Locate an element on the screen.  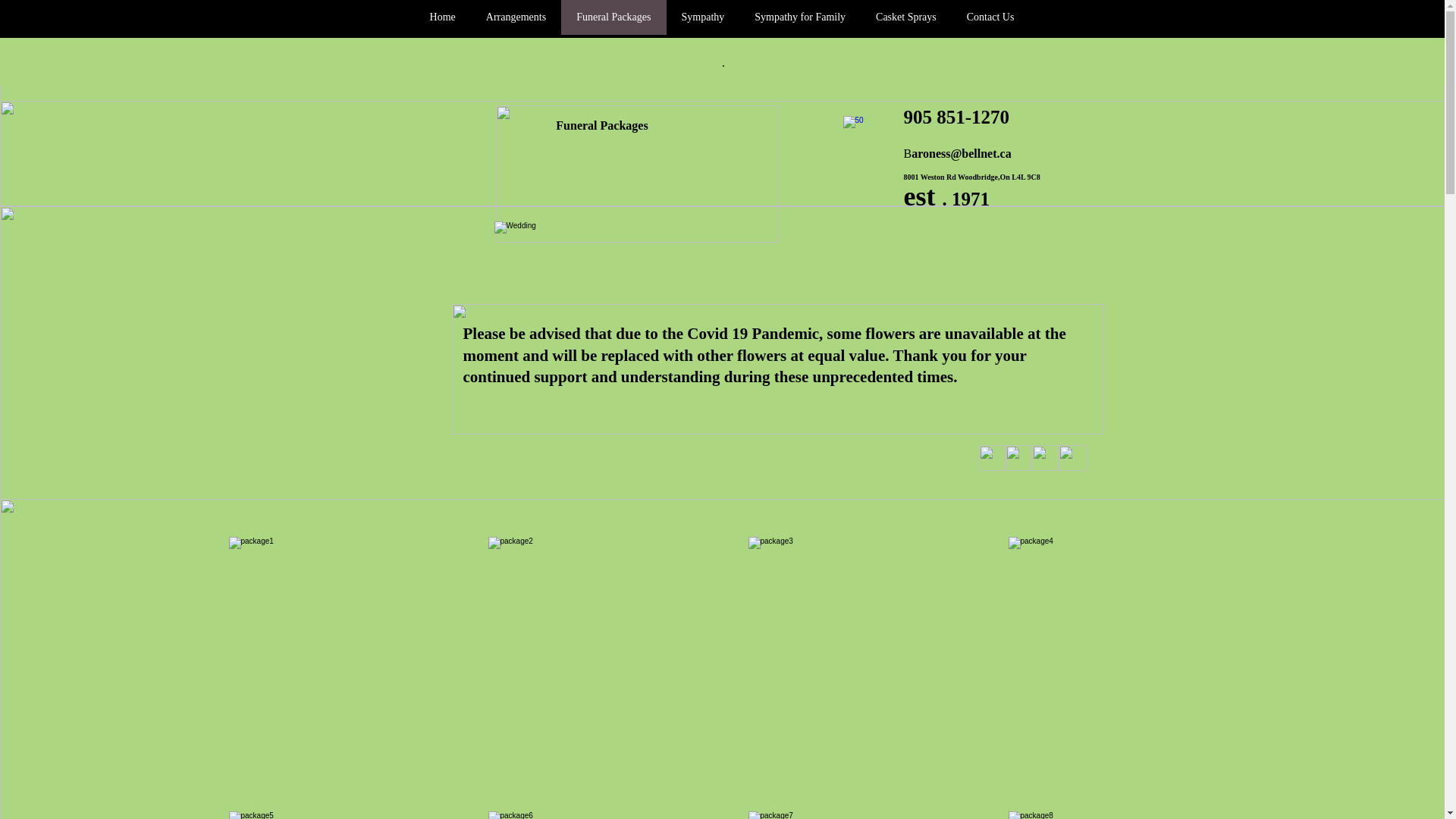
'Contact Us' is located at coordinates (990, 17).